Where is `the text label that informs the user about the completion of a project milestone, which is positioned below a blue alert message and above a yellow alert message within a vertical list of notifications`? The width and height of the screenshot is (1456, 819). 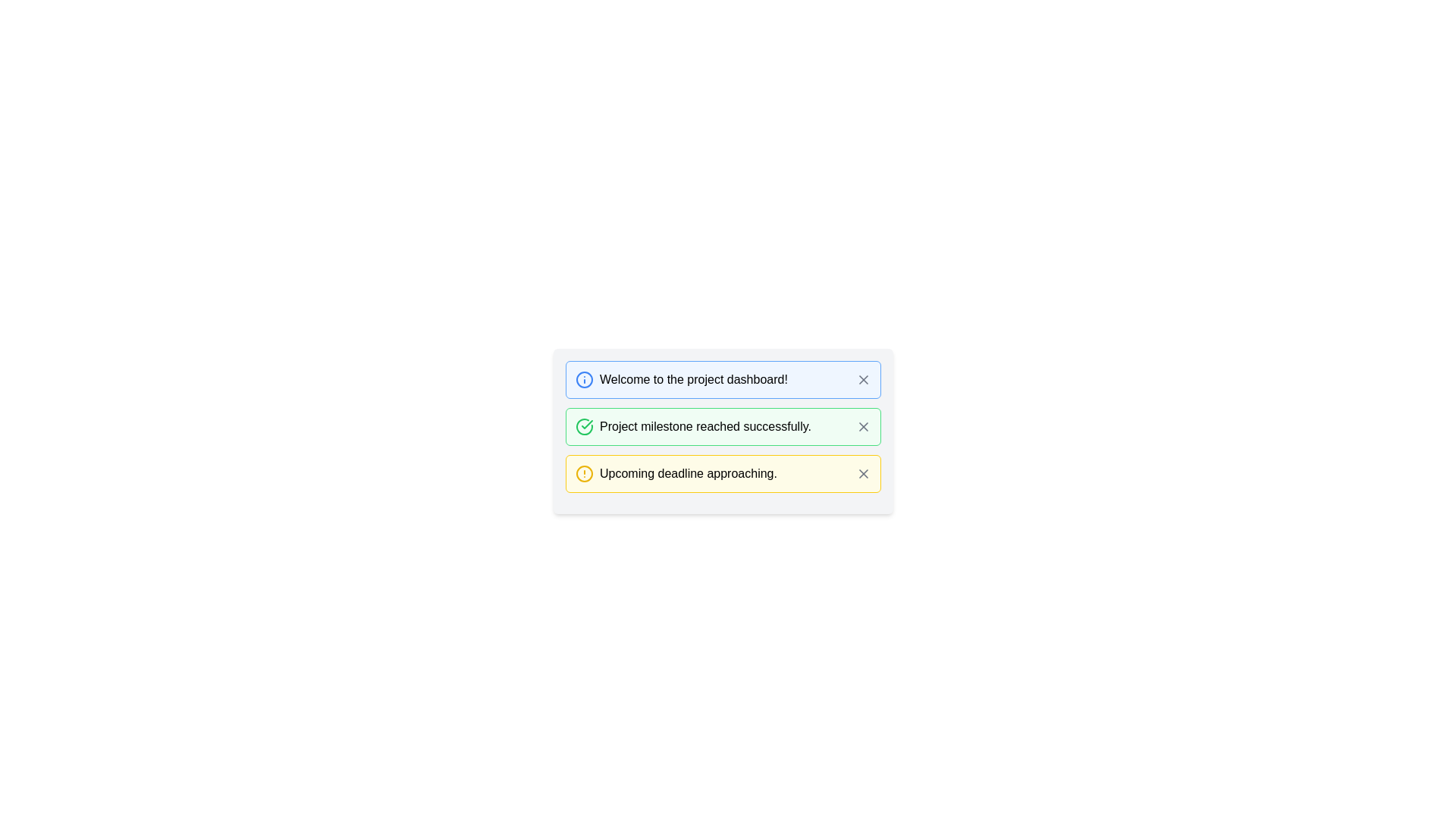 the text label that informs the user about the completion of a project milestone, which is positioned below a blue alert message and above a yellow alert message within a vertical list of notifications is located at coordinates (692, 427).